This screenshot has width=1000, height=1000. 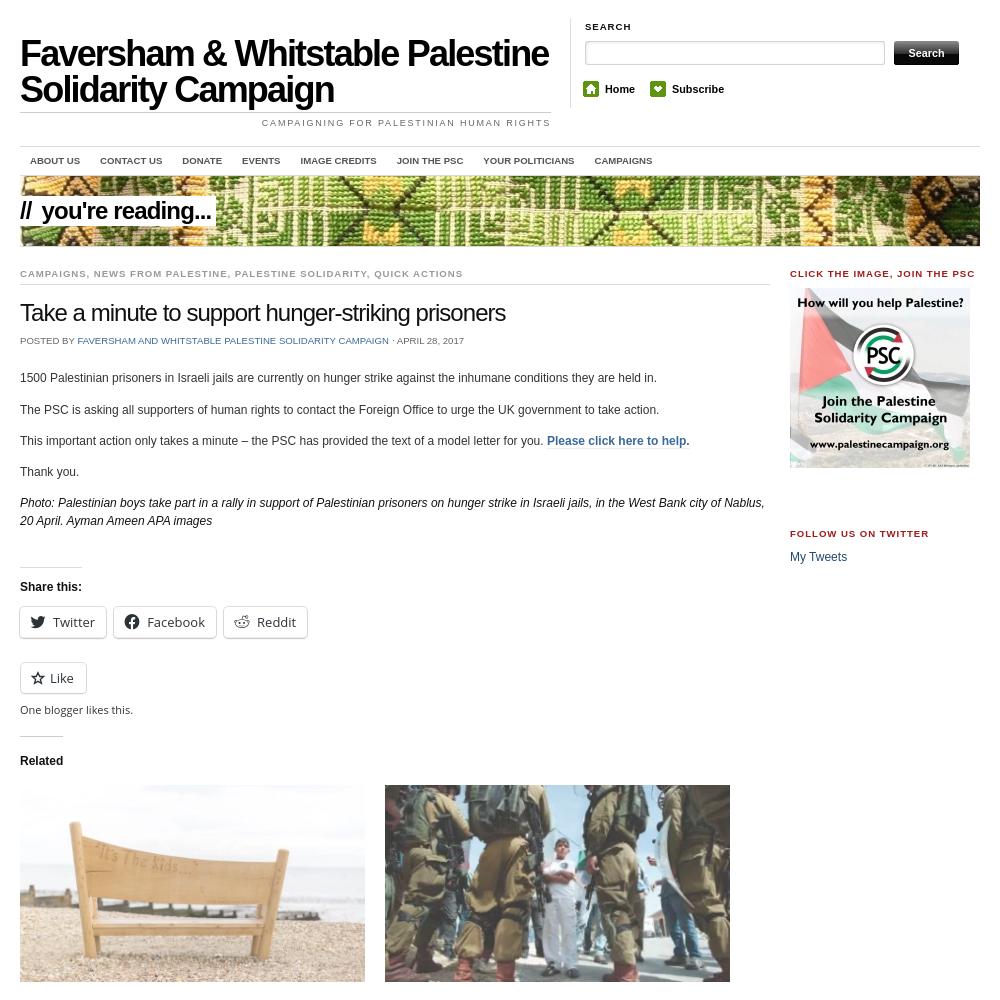 I want to click on 'Subscribe', so click(x=697, y=88).